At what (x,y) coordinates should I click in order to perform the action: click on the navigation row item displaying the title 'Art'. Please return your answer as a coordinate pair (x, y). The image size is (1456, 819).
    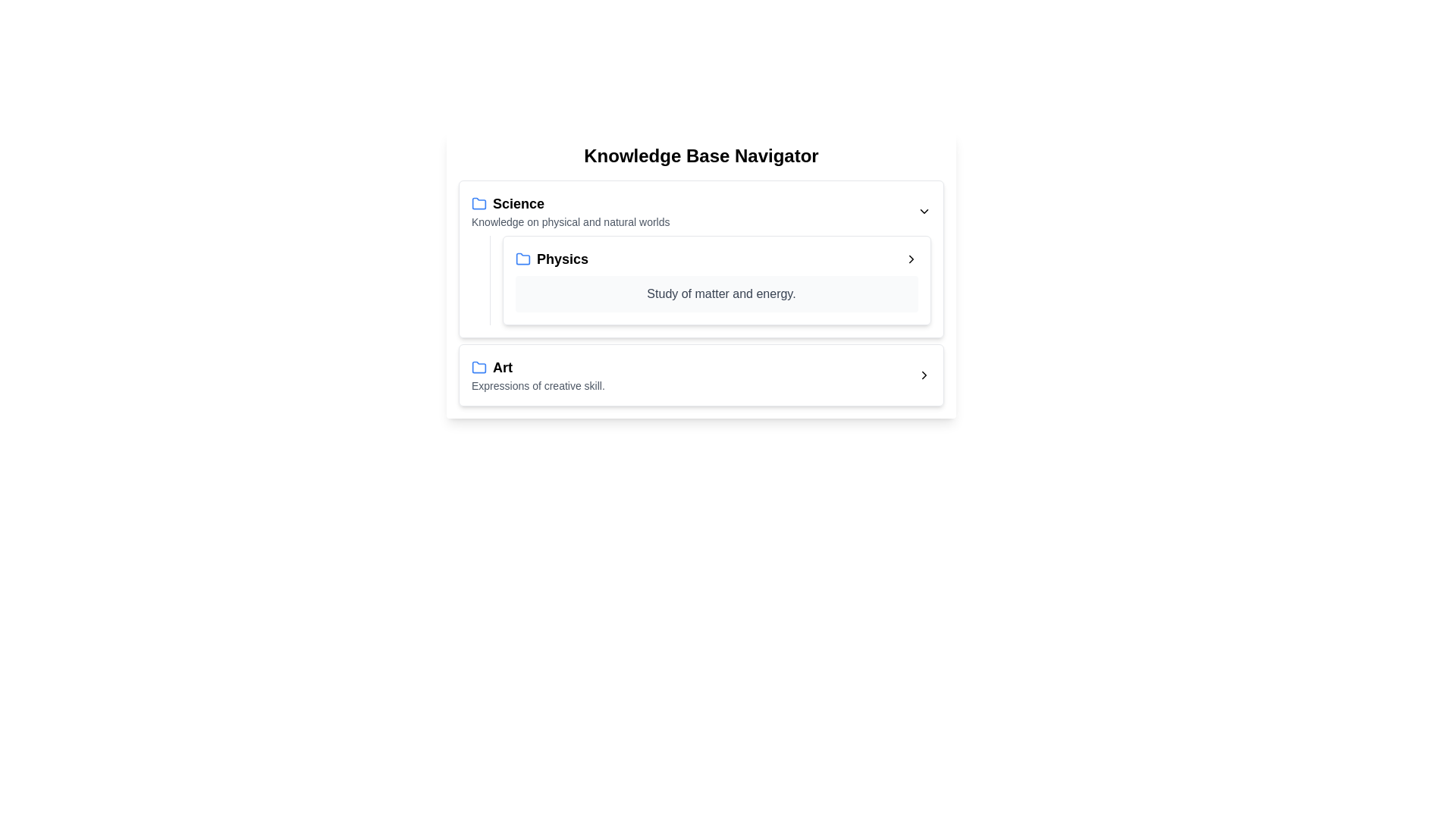
    Looking at the image, I should click on (701, 375).